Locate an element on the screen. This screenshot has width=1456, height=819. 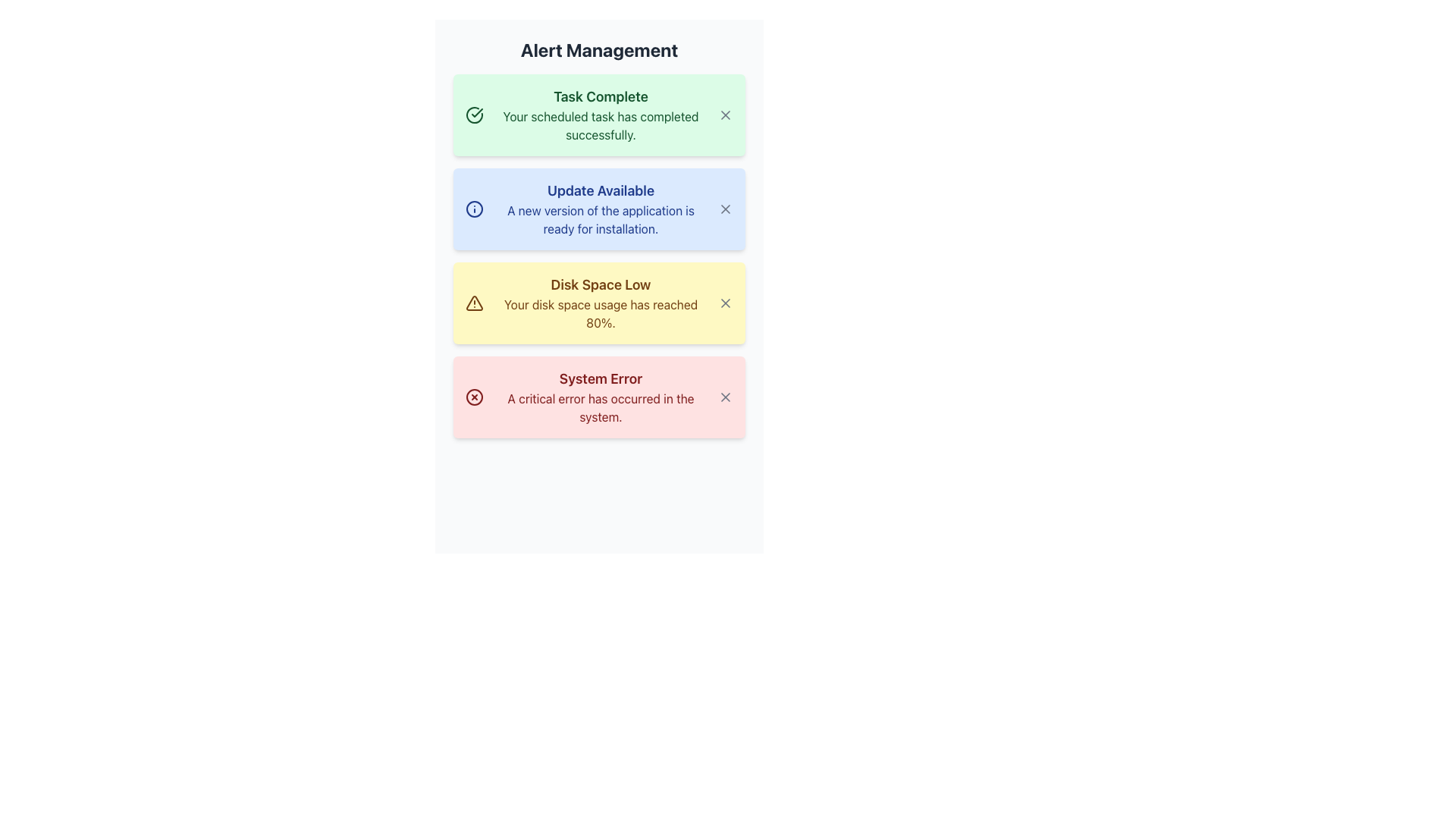
the Warning Icon that indicates a 'Disk Space Low' alert, which is positioned inside the yellow warning message panel near the left side before the text is located at coordinates (473, 303).